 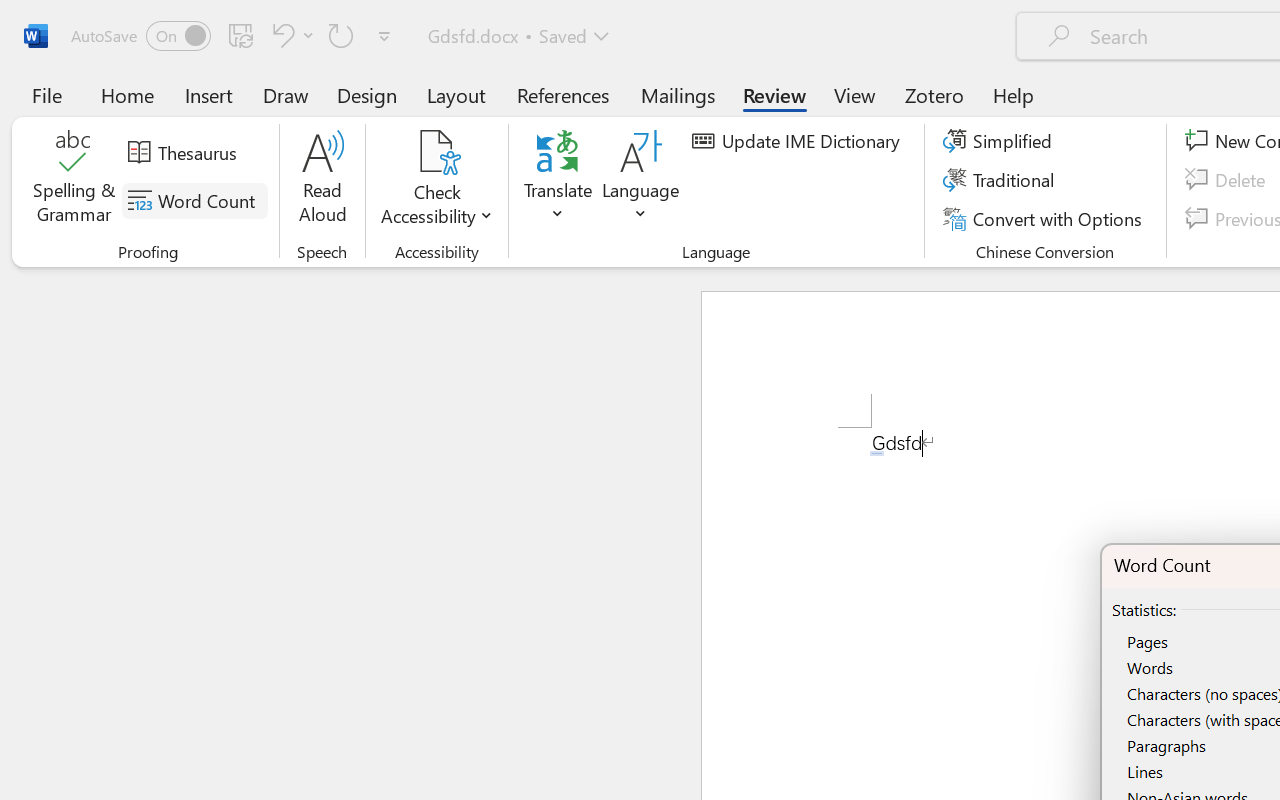 I want to click on 'Traditional', so click(x=1002, y=179).